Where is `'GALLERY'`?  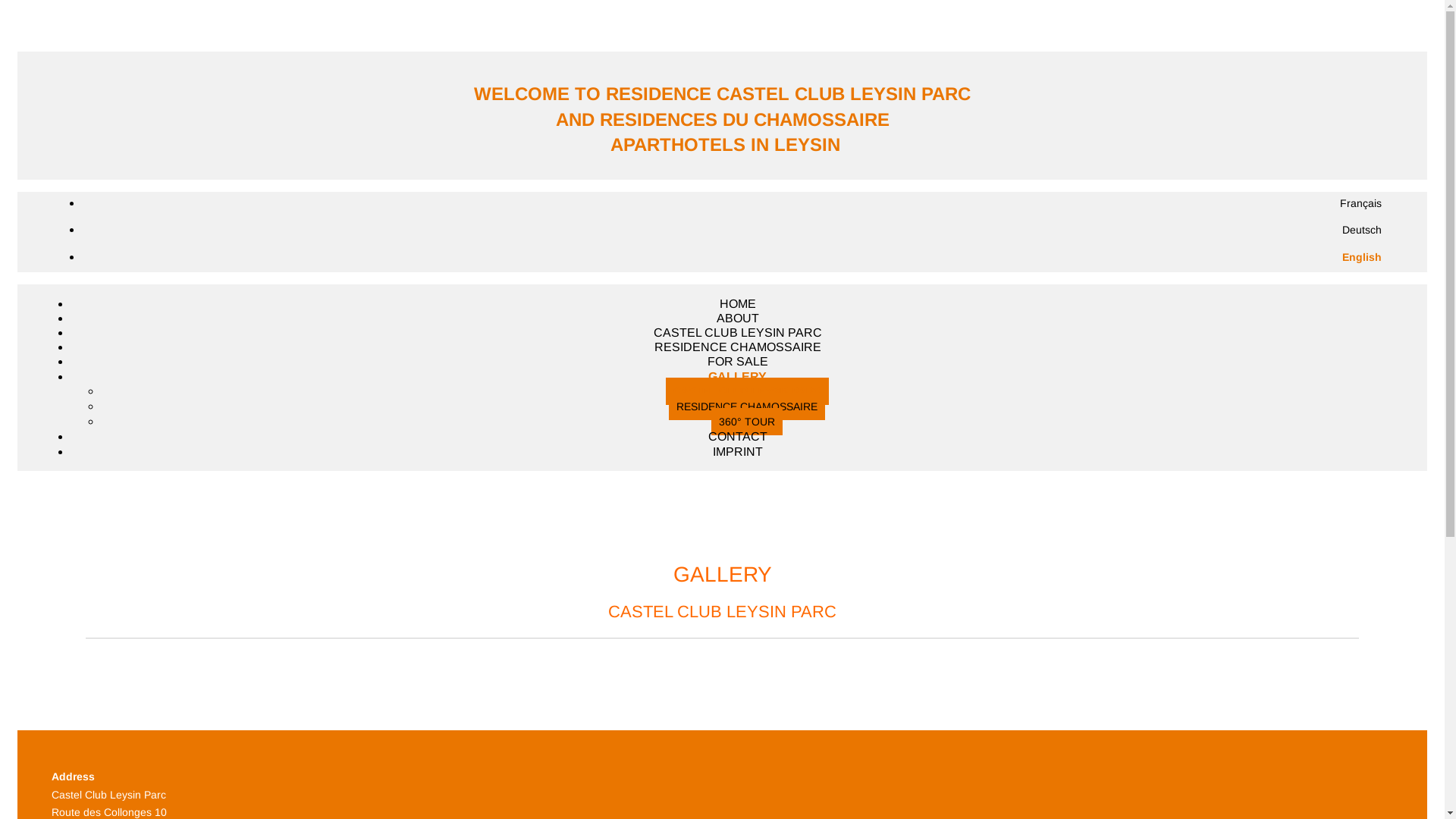
'GALLERY' is located at coordinates (737, 375).